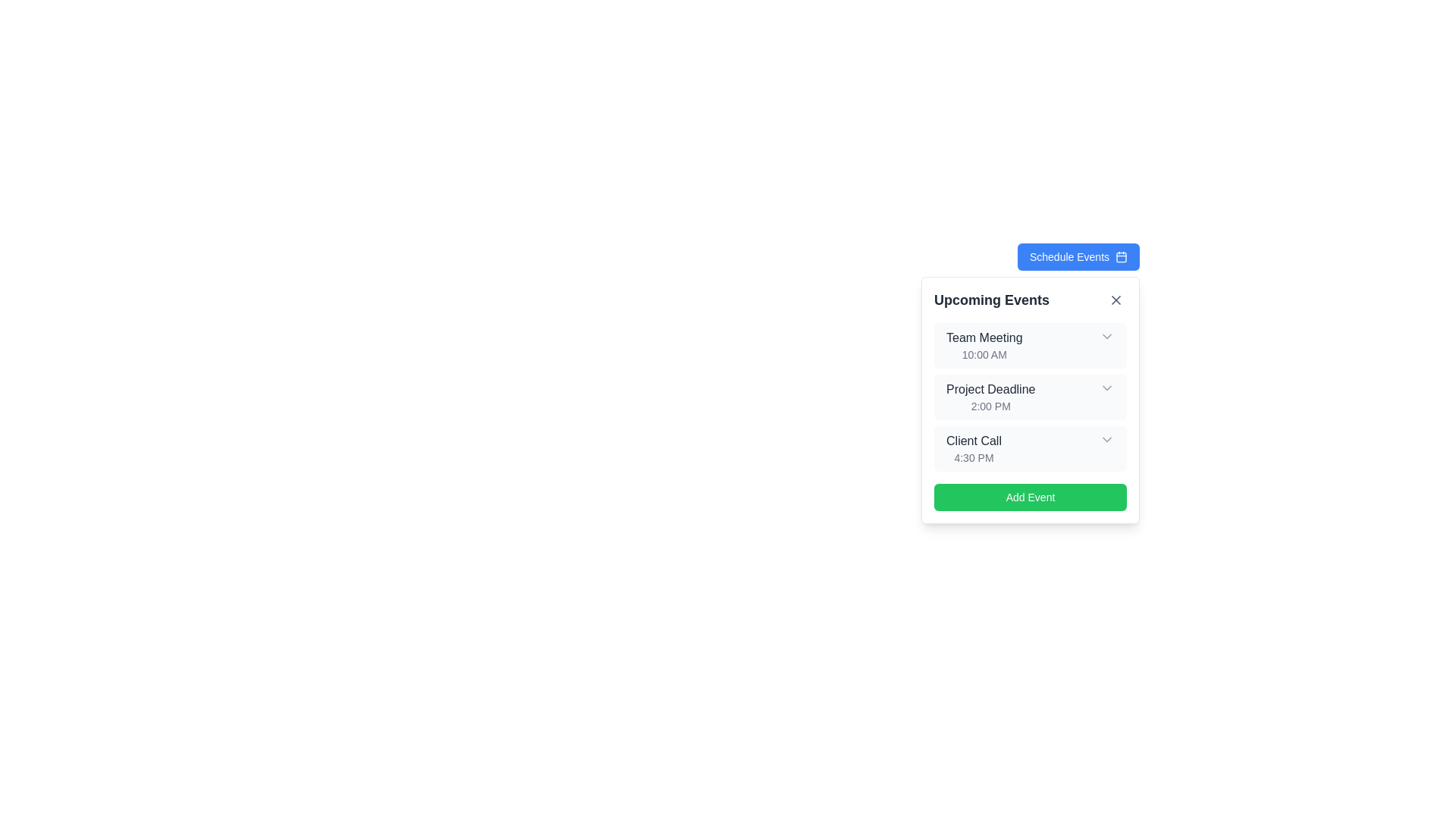  What do you see at coordinates (1116, 300) in the screenshot?
I see `the small red 'x' icon at the top-right corner of the 'Upcoming Events' card` at bounding box center [1116, 300].